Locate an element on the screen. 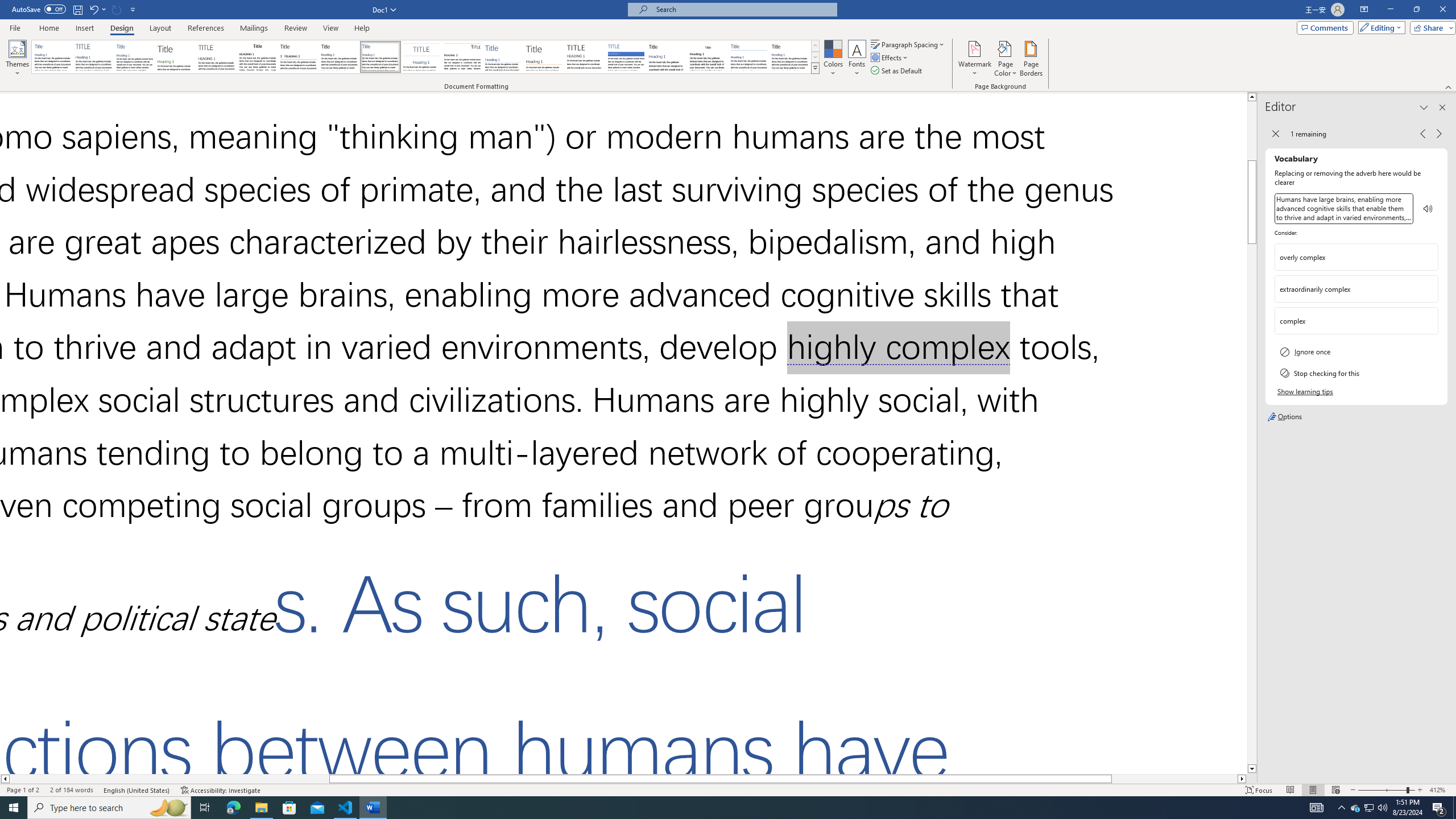 The width and height of the screenshot is (1456, 819). 'Shaded' is located at coordinates (626, 56).